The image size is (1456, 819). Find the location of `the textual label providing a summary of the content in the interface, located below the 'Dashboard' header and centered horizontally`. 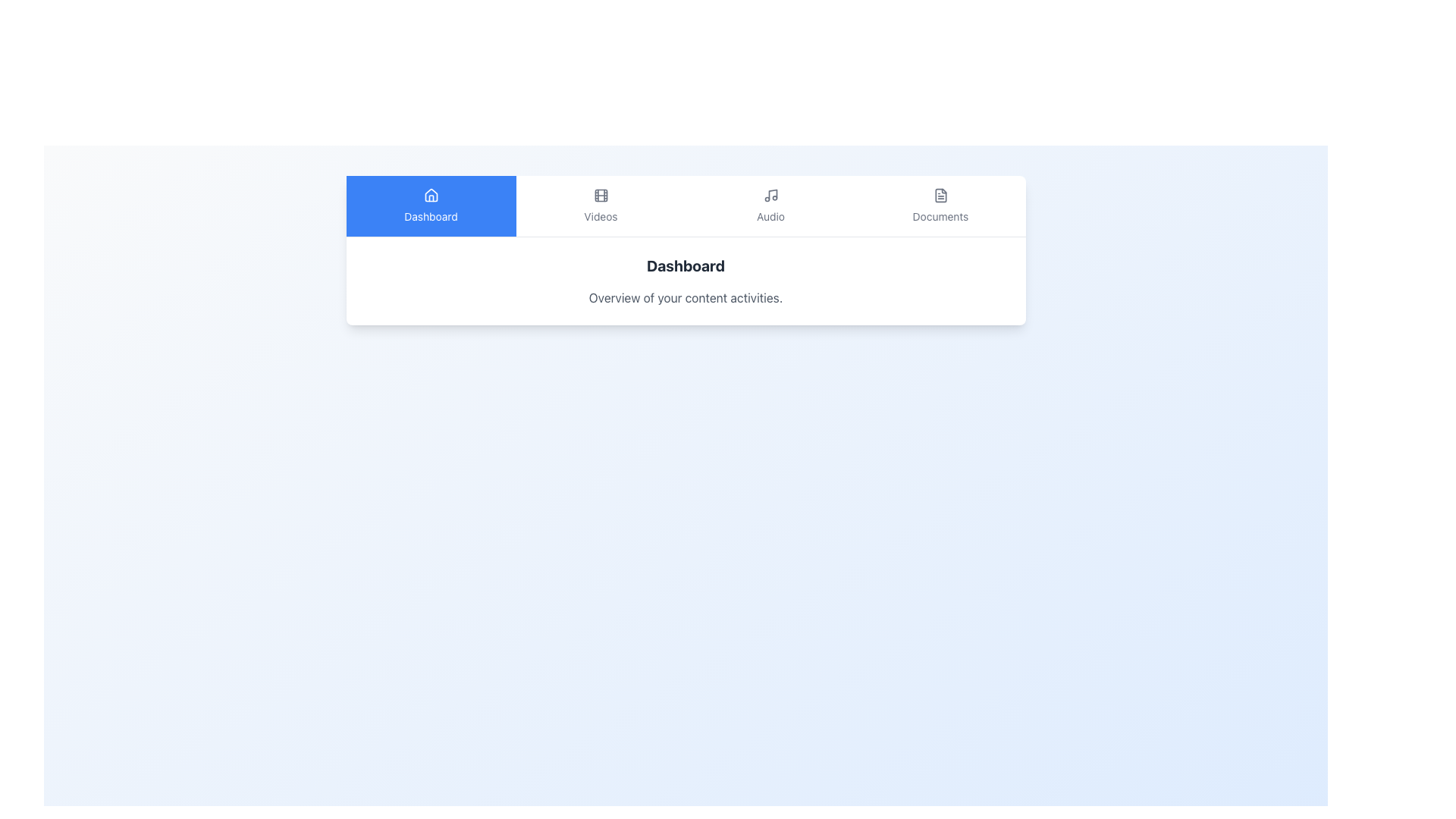

the textual label providing a summary of the content in the interface, located below the 'Dashboard' header and centered horizontally is located at coordinates (685, 298).